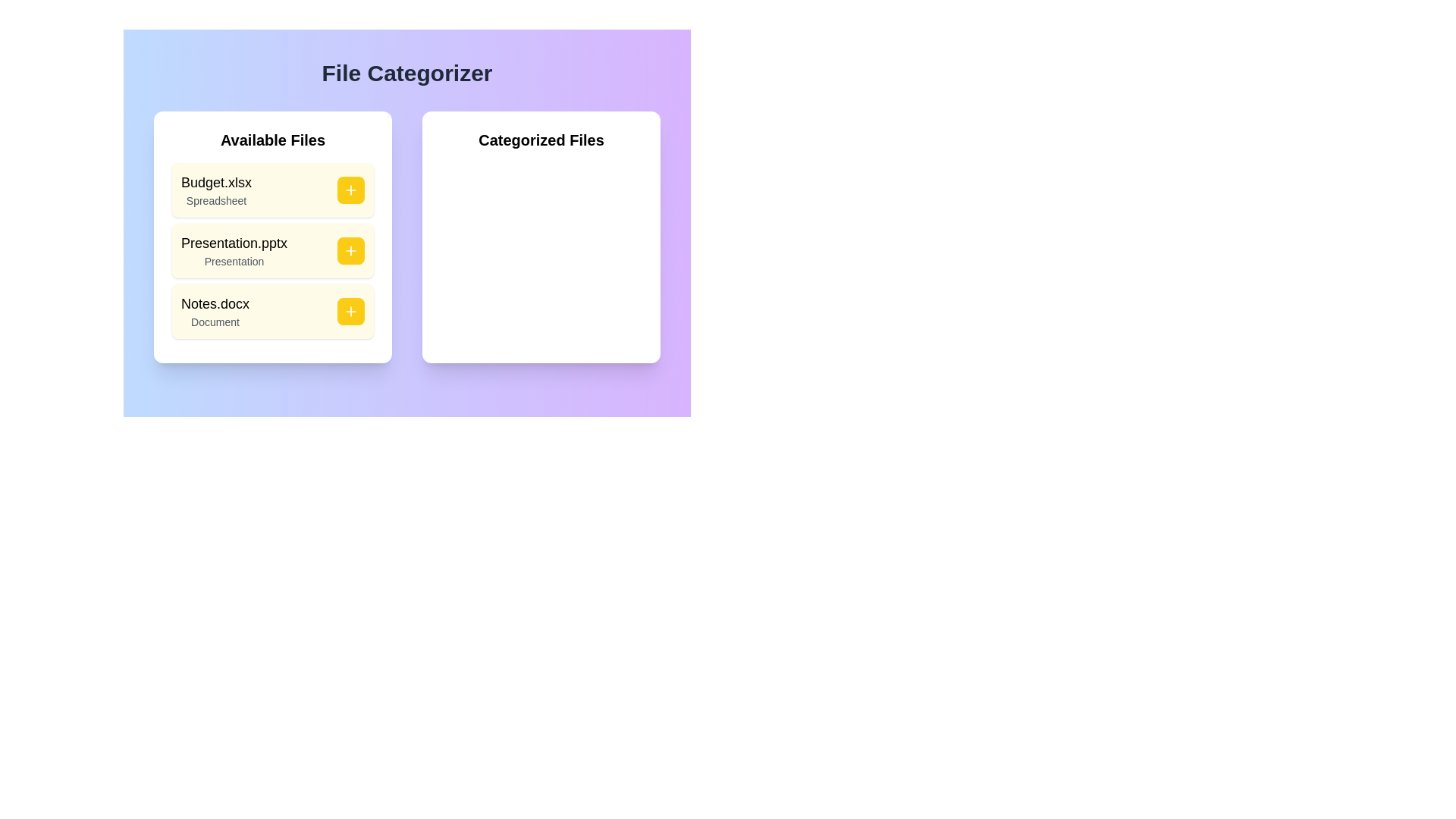  What do you see at coordinates (350, 189) in the screenshot?
I see `the 'Add' button located to the right of the 'Budget.xlsx' file entry in the 'Available Files' list` at bounding box center [350, 189].